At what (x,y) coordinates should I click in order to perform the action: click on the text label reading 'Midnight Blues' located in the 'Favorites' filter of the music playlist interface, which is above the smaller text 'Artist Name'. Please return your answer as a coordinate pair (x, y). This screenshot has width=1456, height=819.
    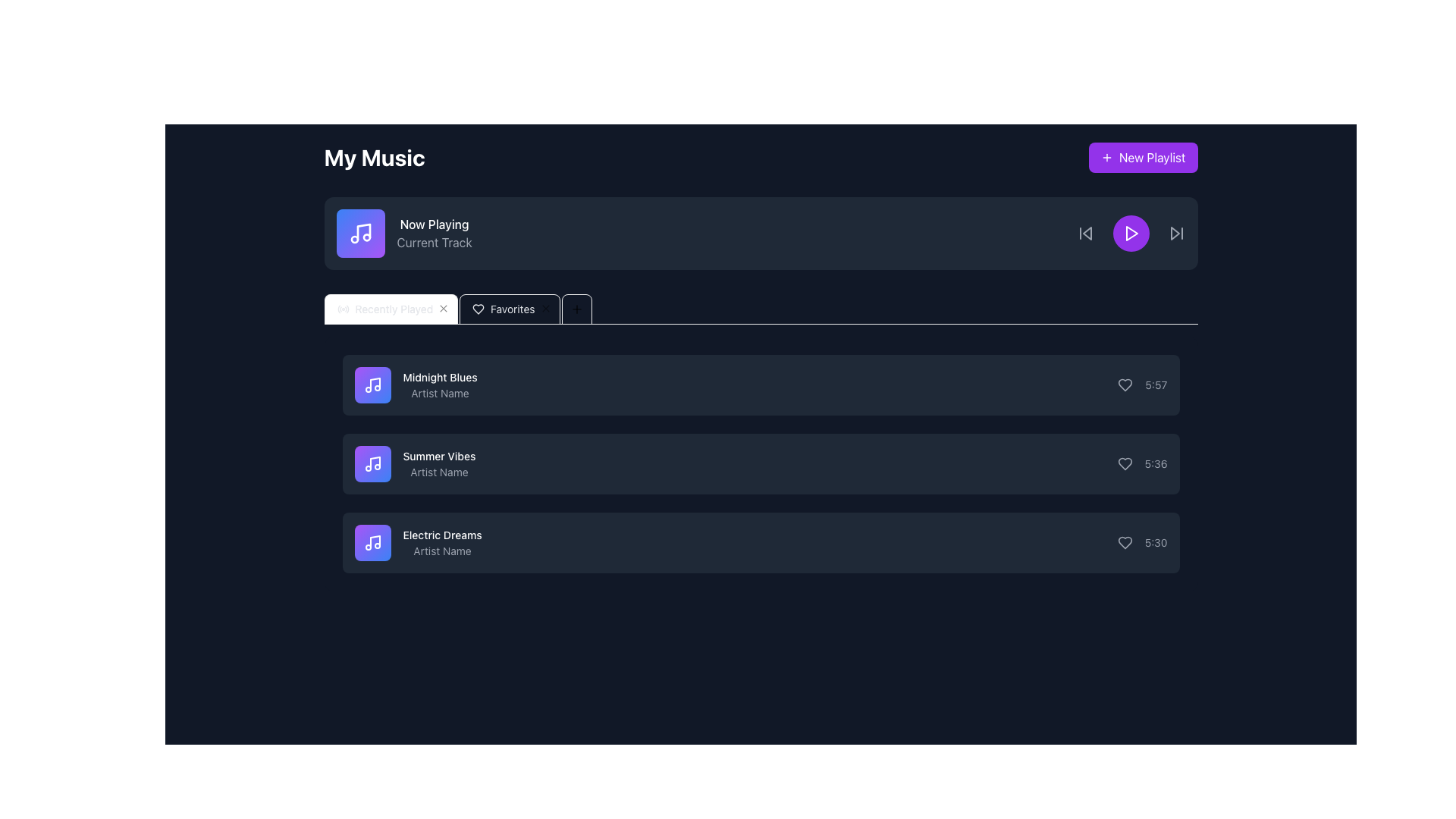
    Looking at the image, I should click on (439, 376).